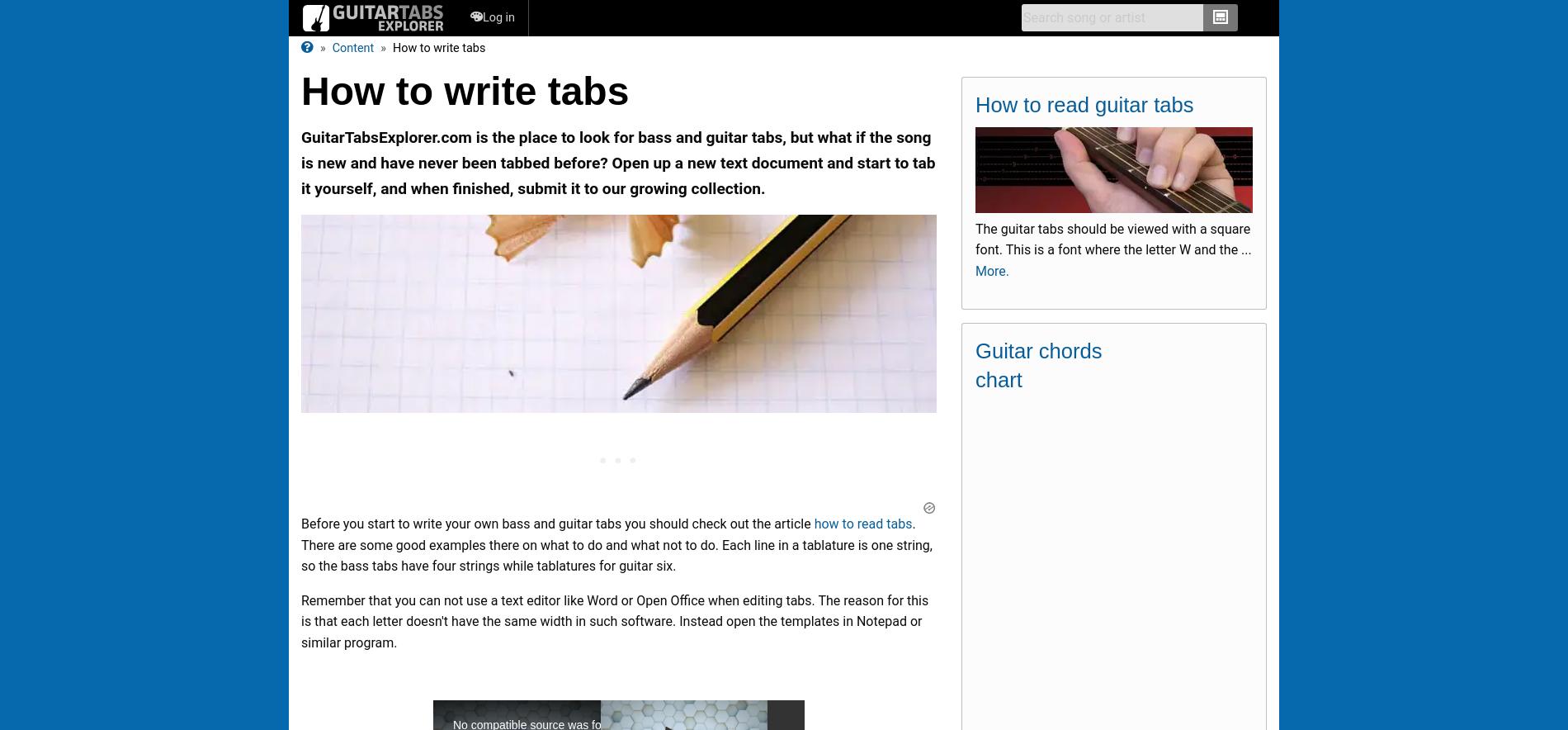 This screenshot has width=1568, height=730. What do you see at coordinates (300, 523) in the screenshot?
I see `'Before you start to write your own bass and guitar tabs you should check out the article'` at bounding box center [300, 523].